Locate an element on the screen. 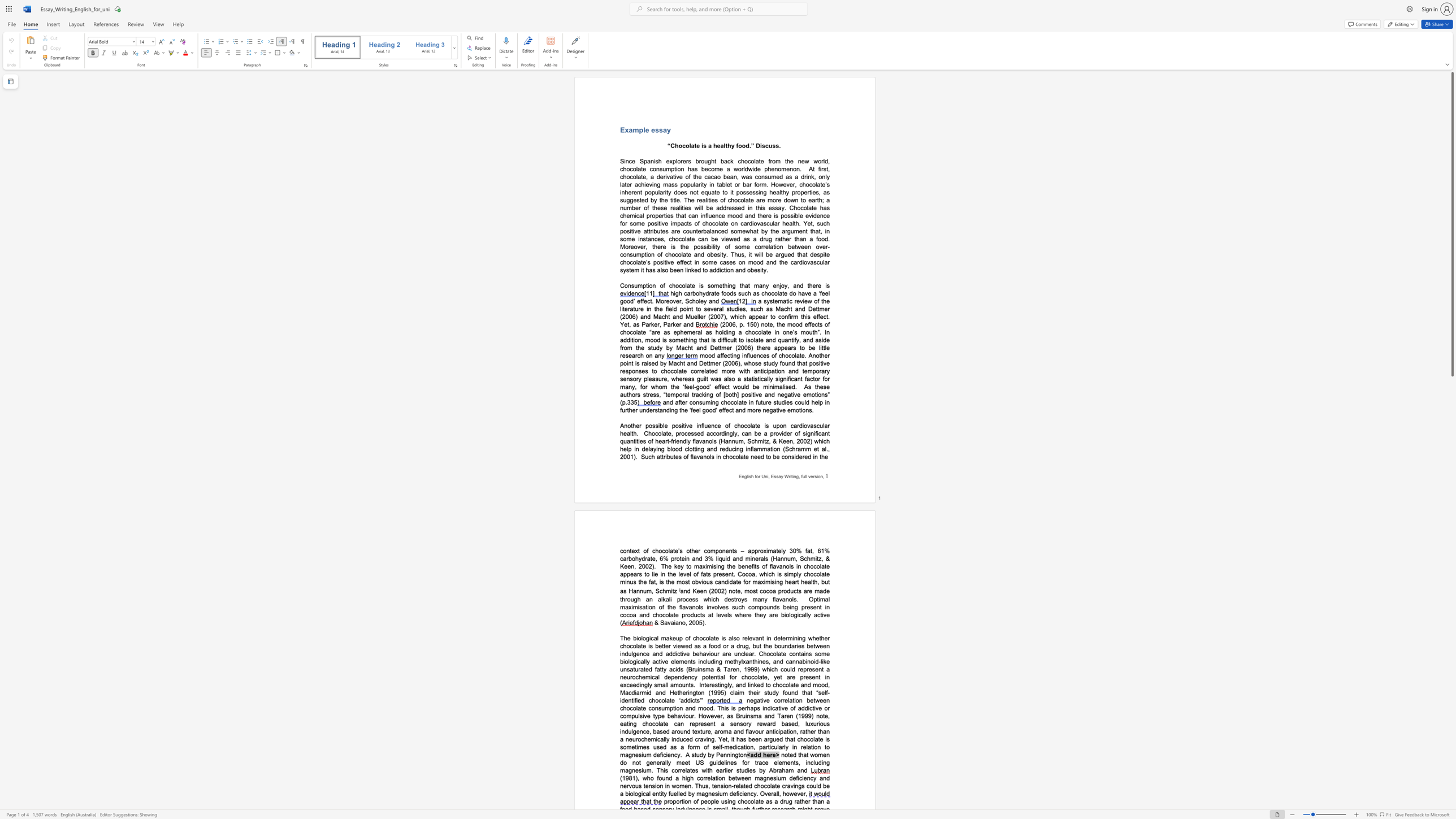 This screenshot has width=1456, height=819. the scrollbar on the right to move the page downward is located at coordinates (1451, 751).